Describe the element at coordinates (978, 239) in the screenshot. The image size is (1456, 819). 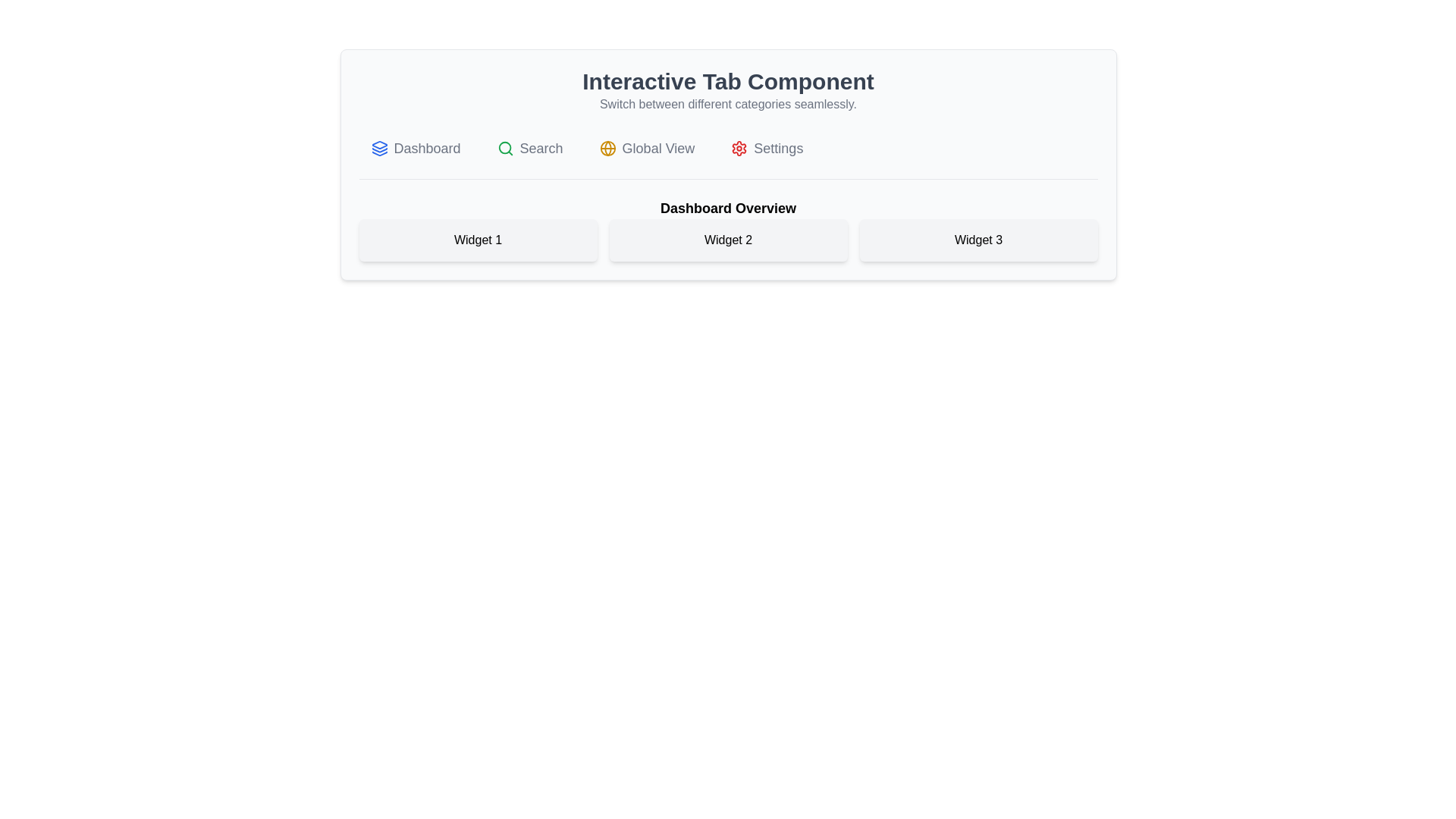
I see `the static display component labeled 'Widget 3', which is the third widget in a row of three with rounded corners and a light gray background` at that location.